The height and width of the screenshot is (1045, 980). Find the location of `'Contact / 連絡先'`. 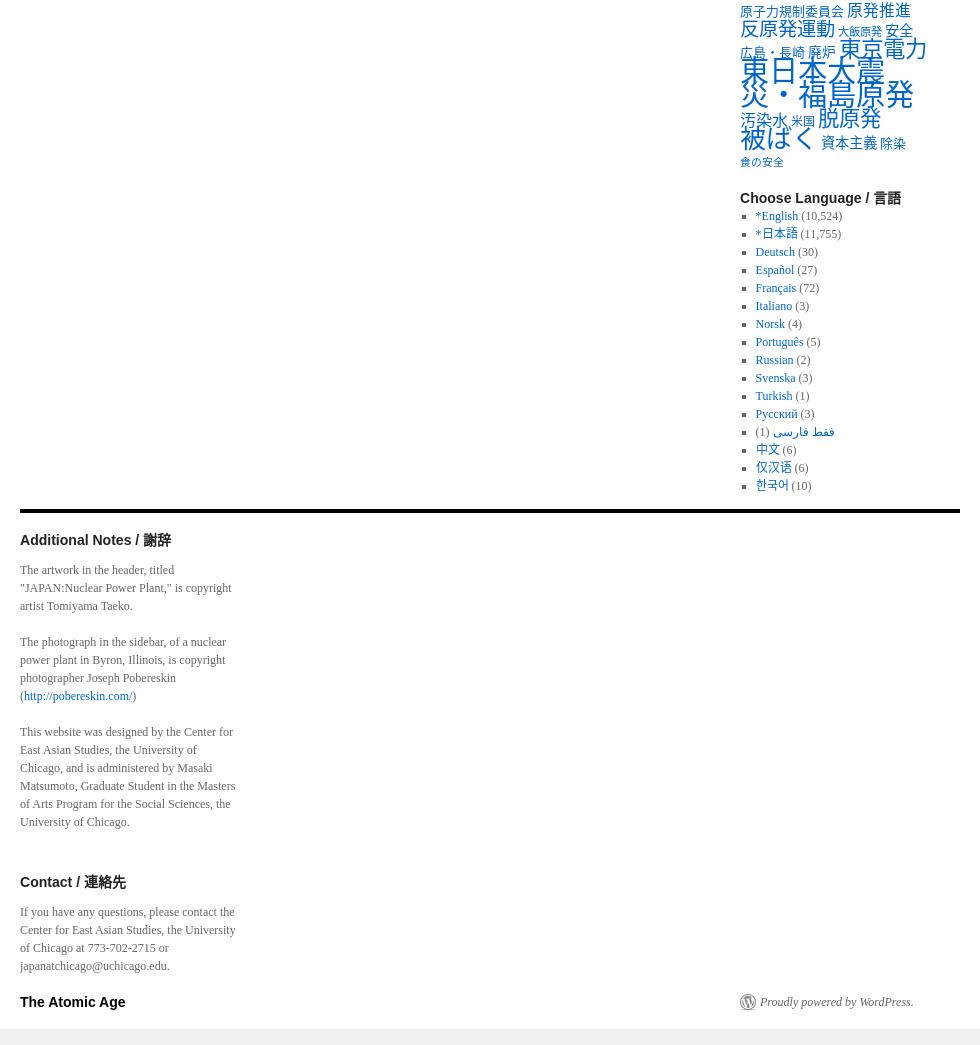

'Contact / 連絡先' is located at coordinates (19, 881).